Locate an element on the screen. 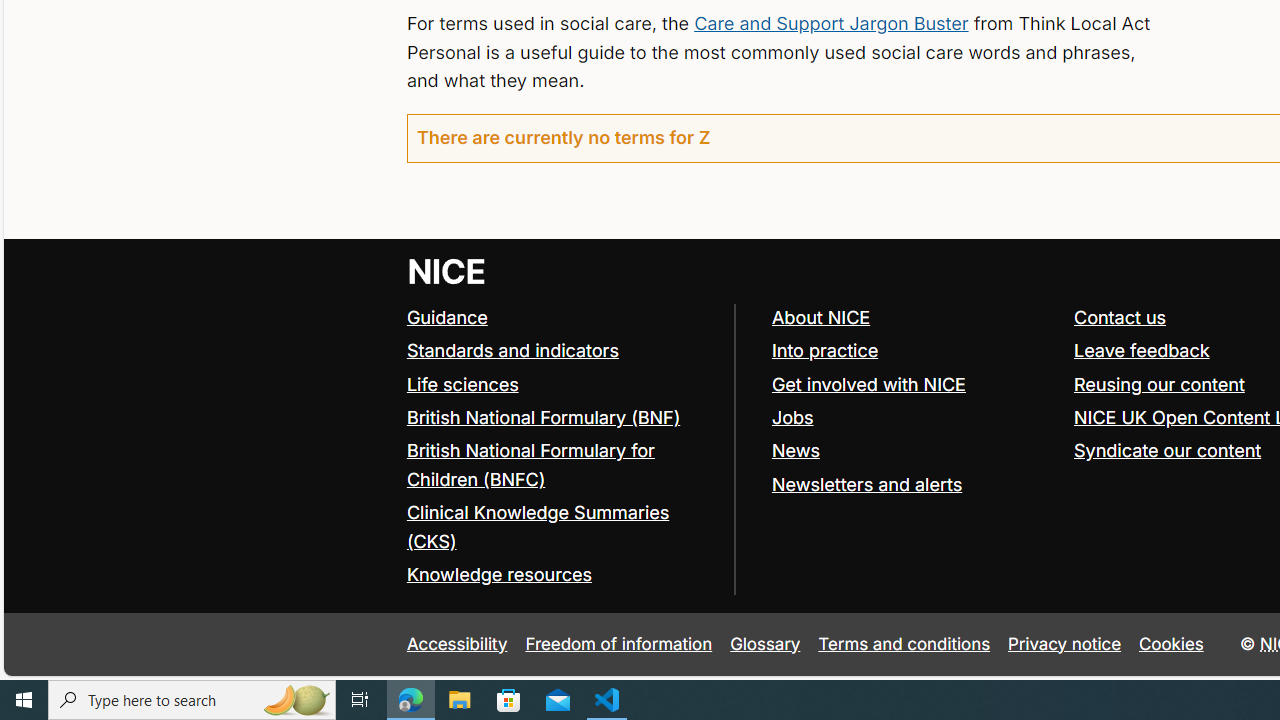  'Glossary' is located at coordinates (764, 644).